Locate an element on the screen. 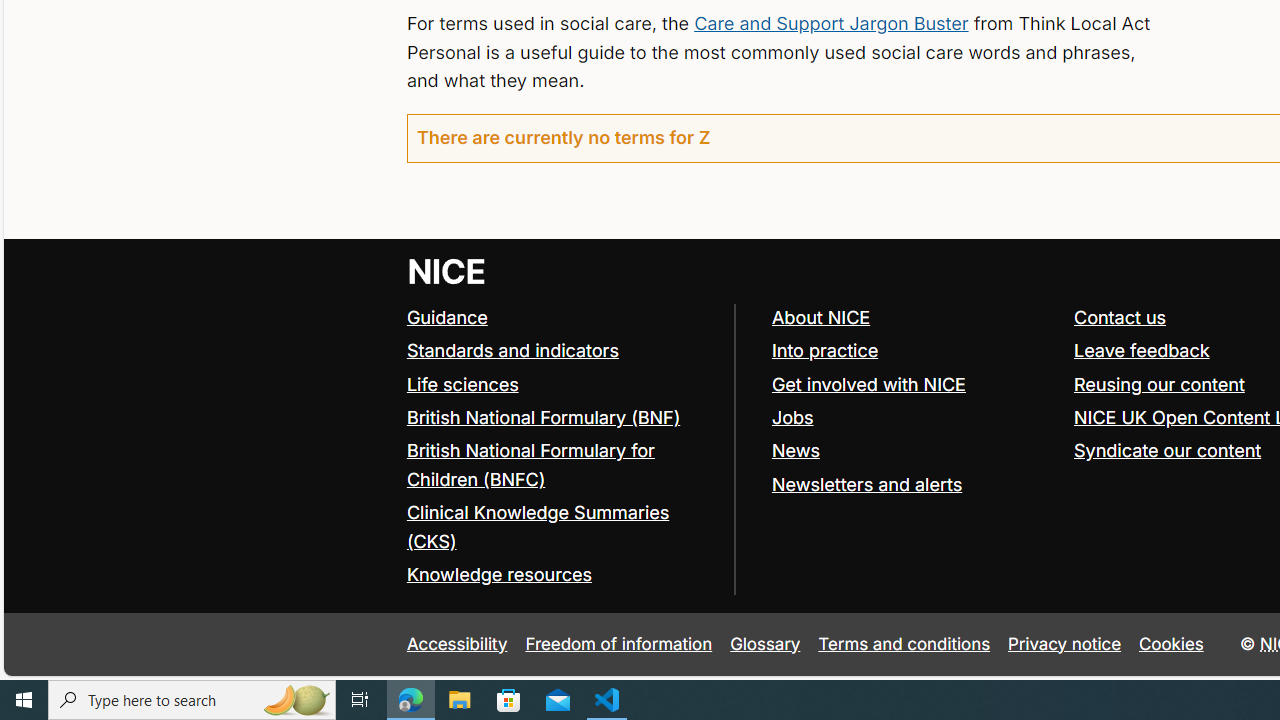  'Glossary' is located at coordinates (764, 644).